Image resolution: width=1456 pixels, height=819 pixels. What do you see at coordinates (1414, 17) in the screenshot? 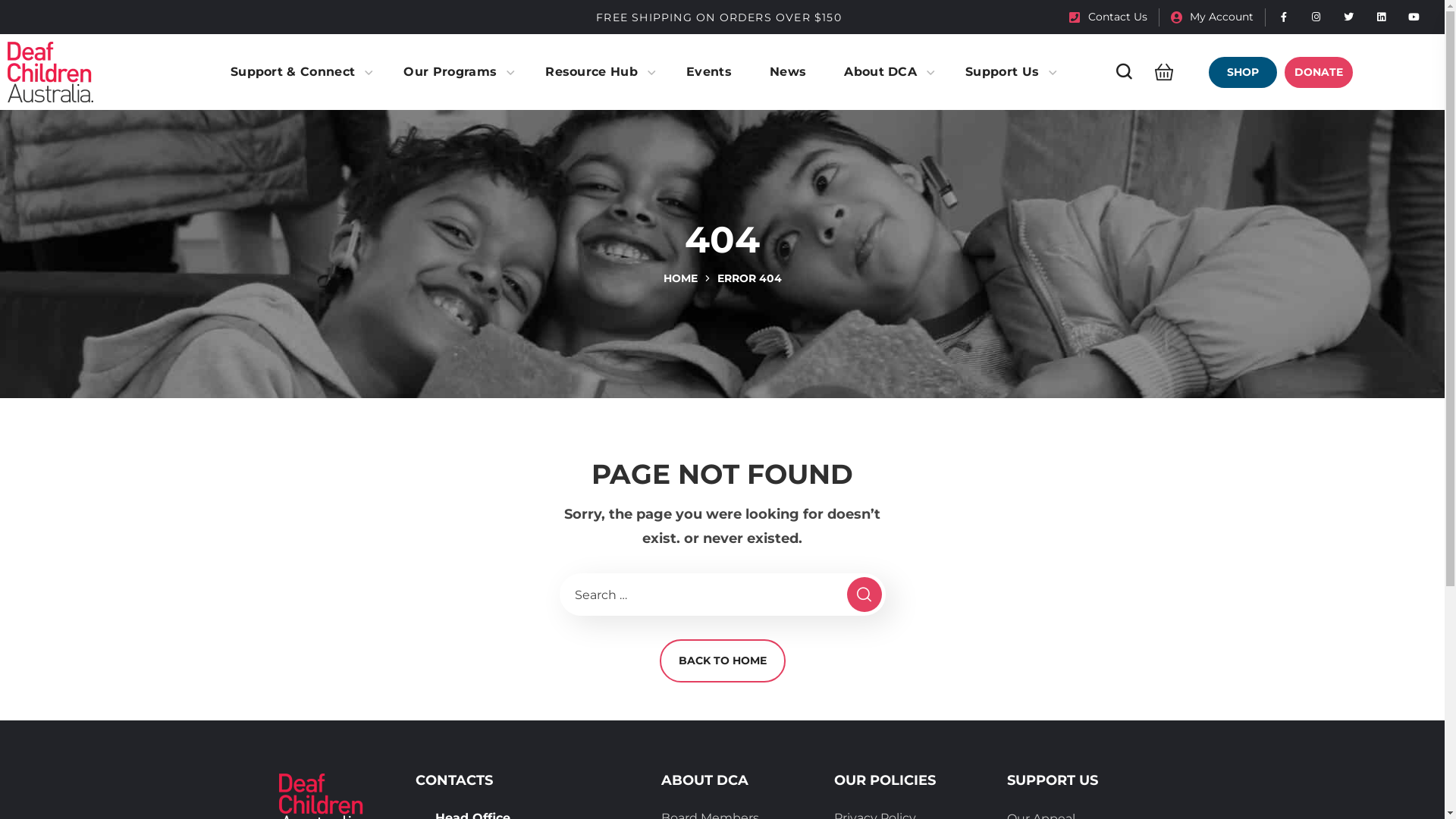
I see `'You Tube'` at bounding box center [1414, 17].